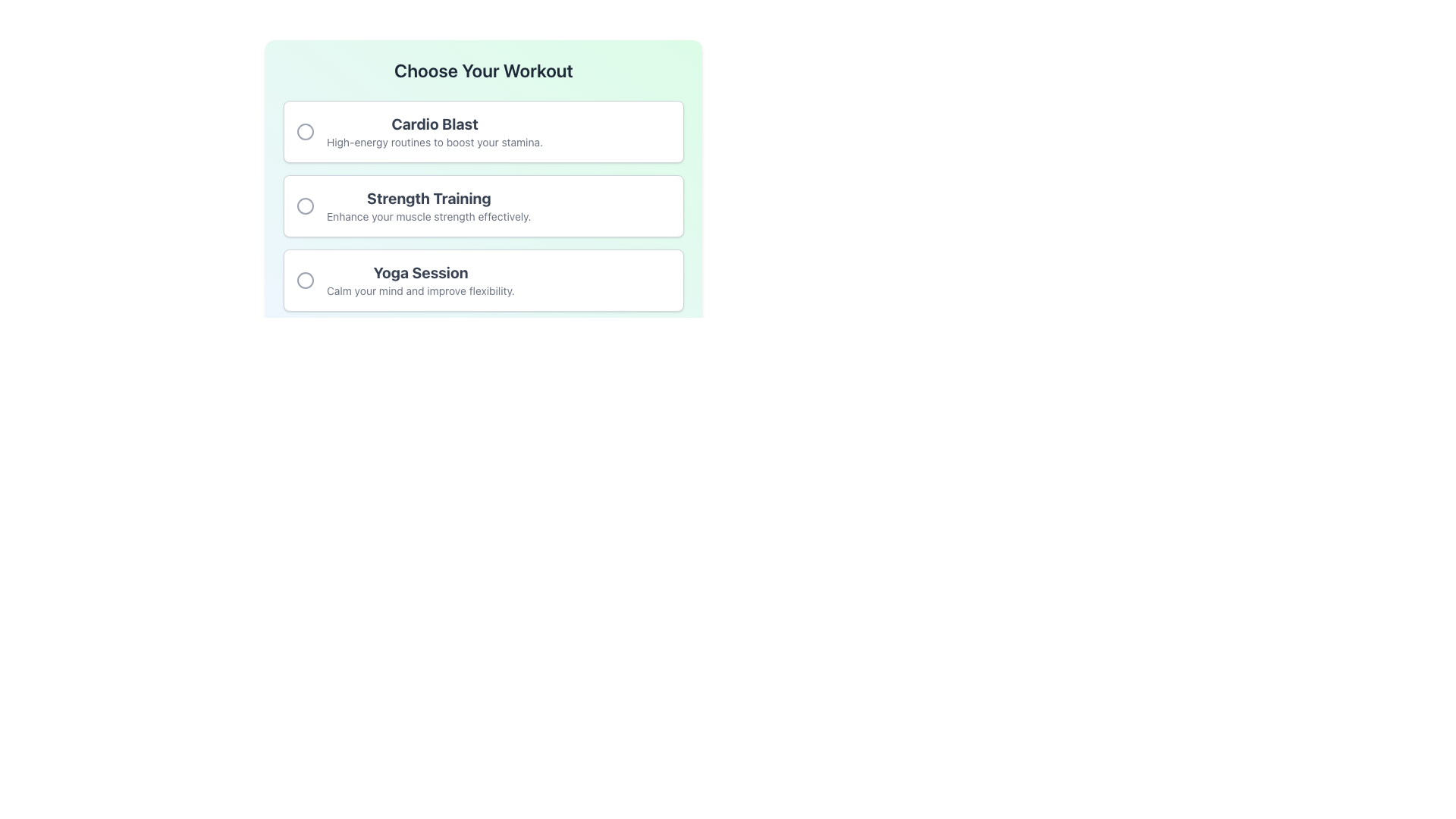  Describe the element at coordinates (420, 291) in the screenshot. I see `the text label that reads 'Calm your mind and improve flexibility.' located beneath the 'Yoga Session' title in the third card under 'Choose Your Workout'` at that location.